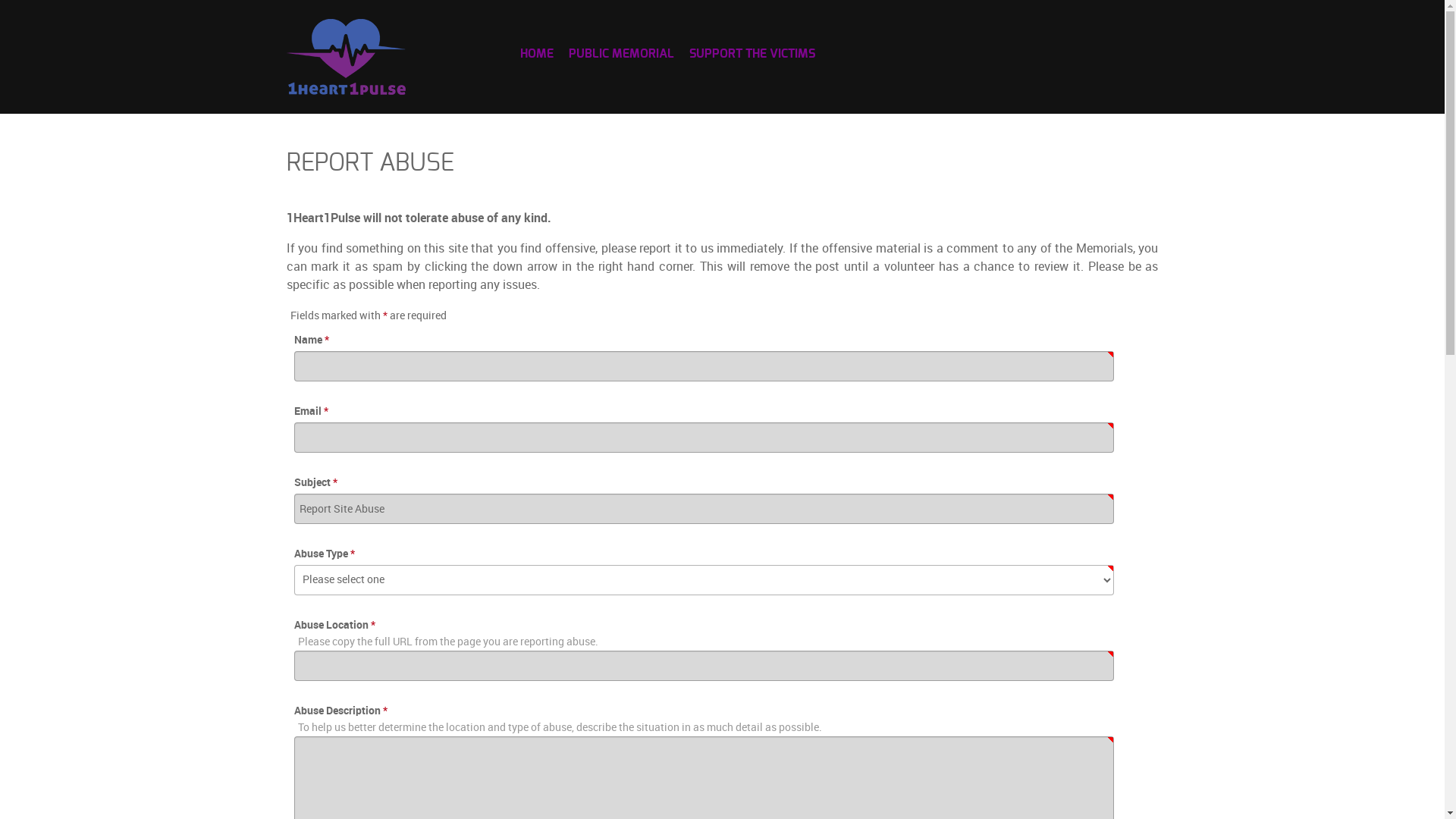  Describe the element at coordinates (537, 52) in the screenshot. I see `'HOME'` at that location.